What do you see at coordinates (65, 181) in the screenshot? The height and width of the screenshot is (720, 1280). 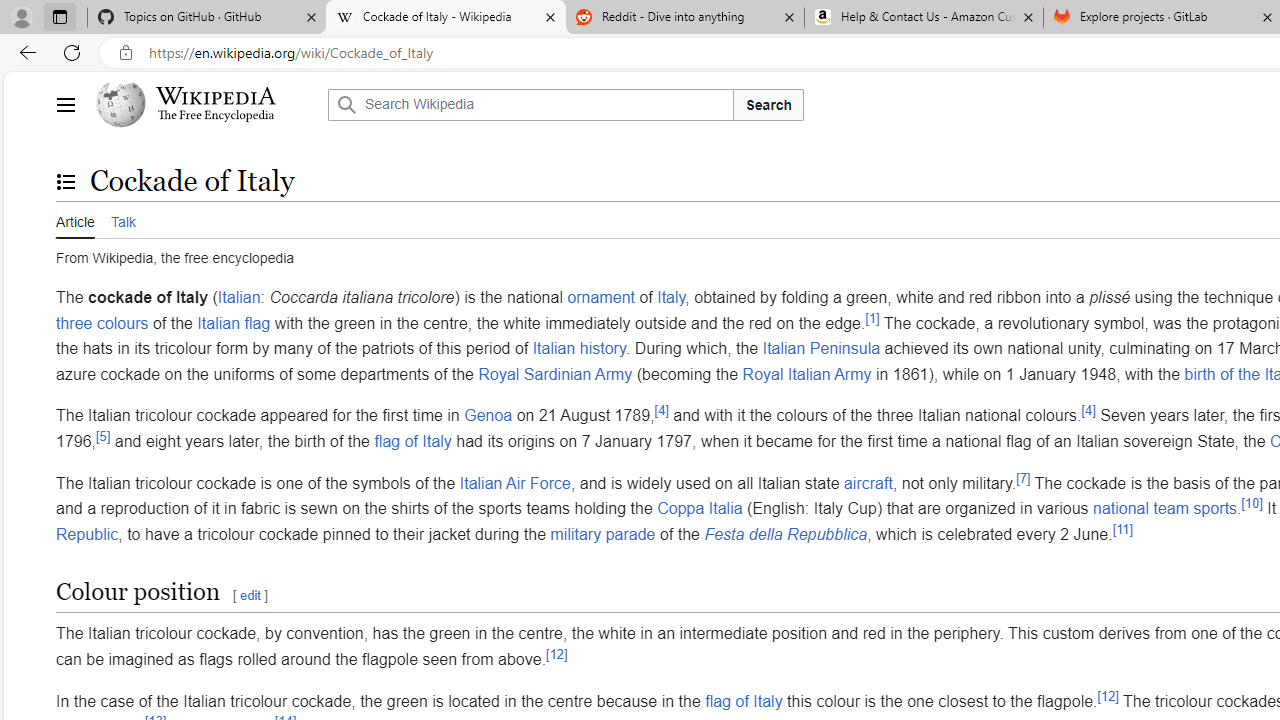 I see `'Toggle the table of contents'` at bounding box center [65, 181].